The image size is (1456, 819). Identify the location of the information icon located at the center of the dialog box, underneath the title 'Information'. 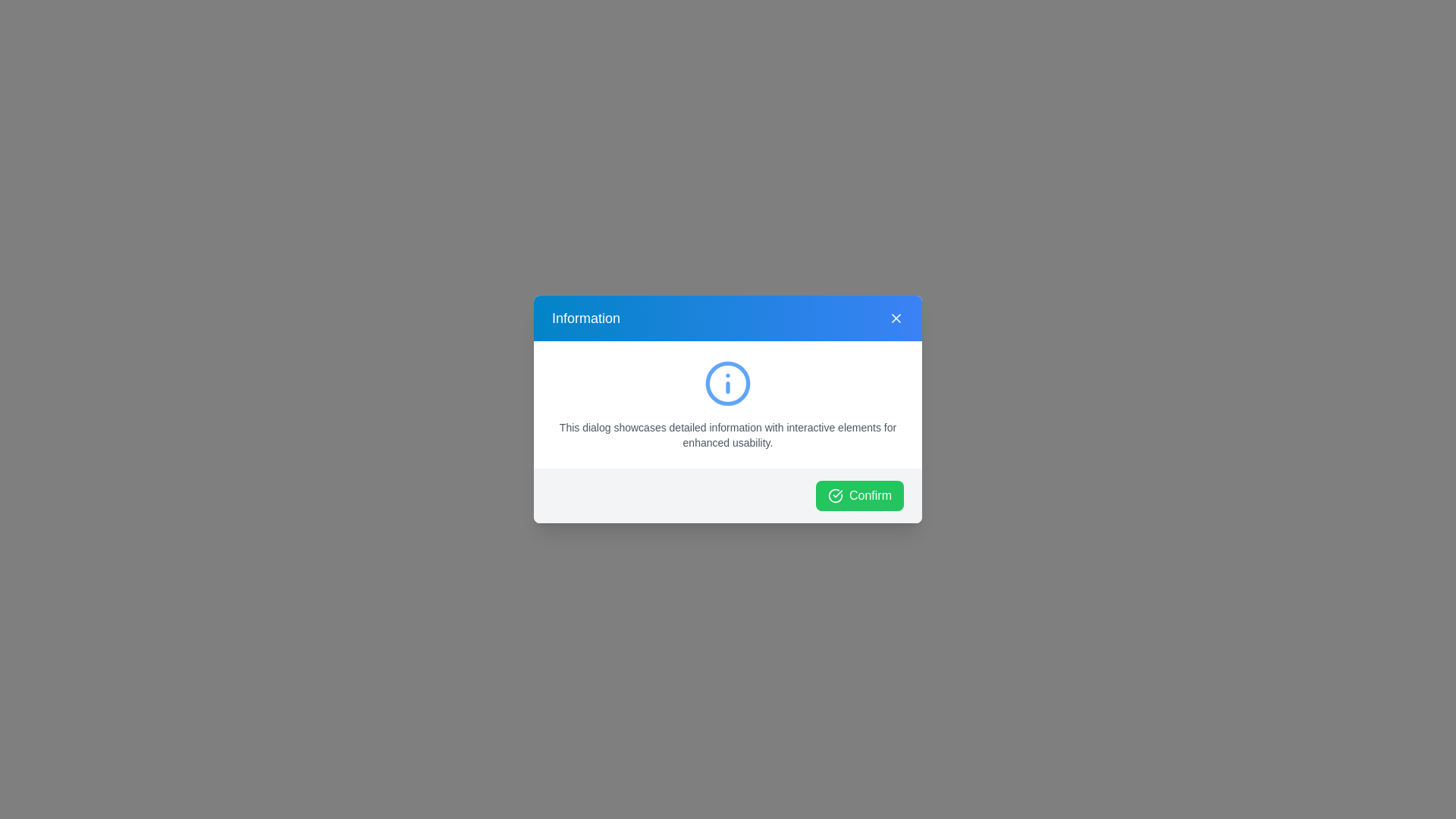
(728, 382).